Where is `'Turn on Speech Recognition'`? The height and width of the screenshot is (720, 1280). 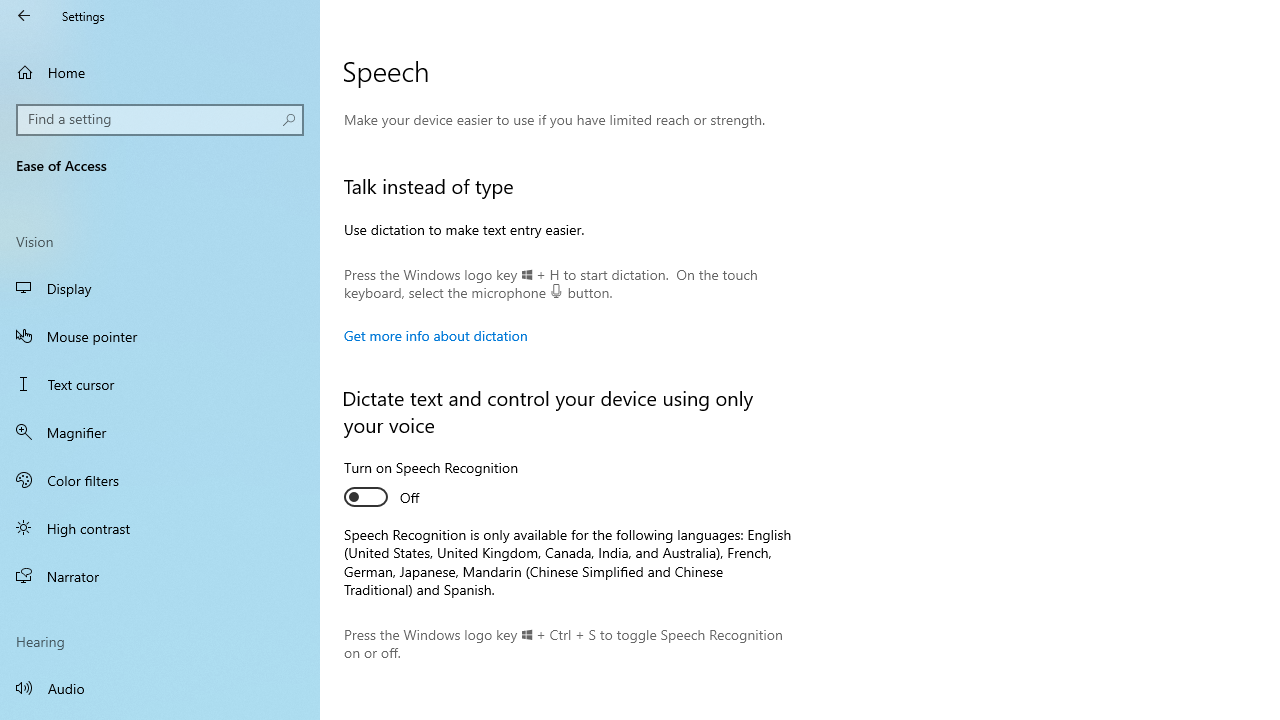 'Turn on Speech Recognition' is located at coordinates (430, 485).